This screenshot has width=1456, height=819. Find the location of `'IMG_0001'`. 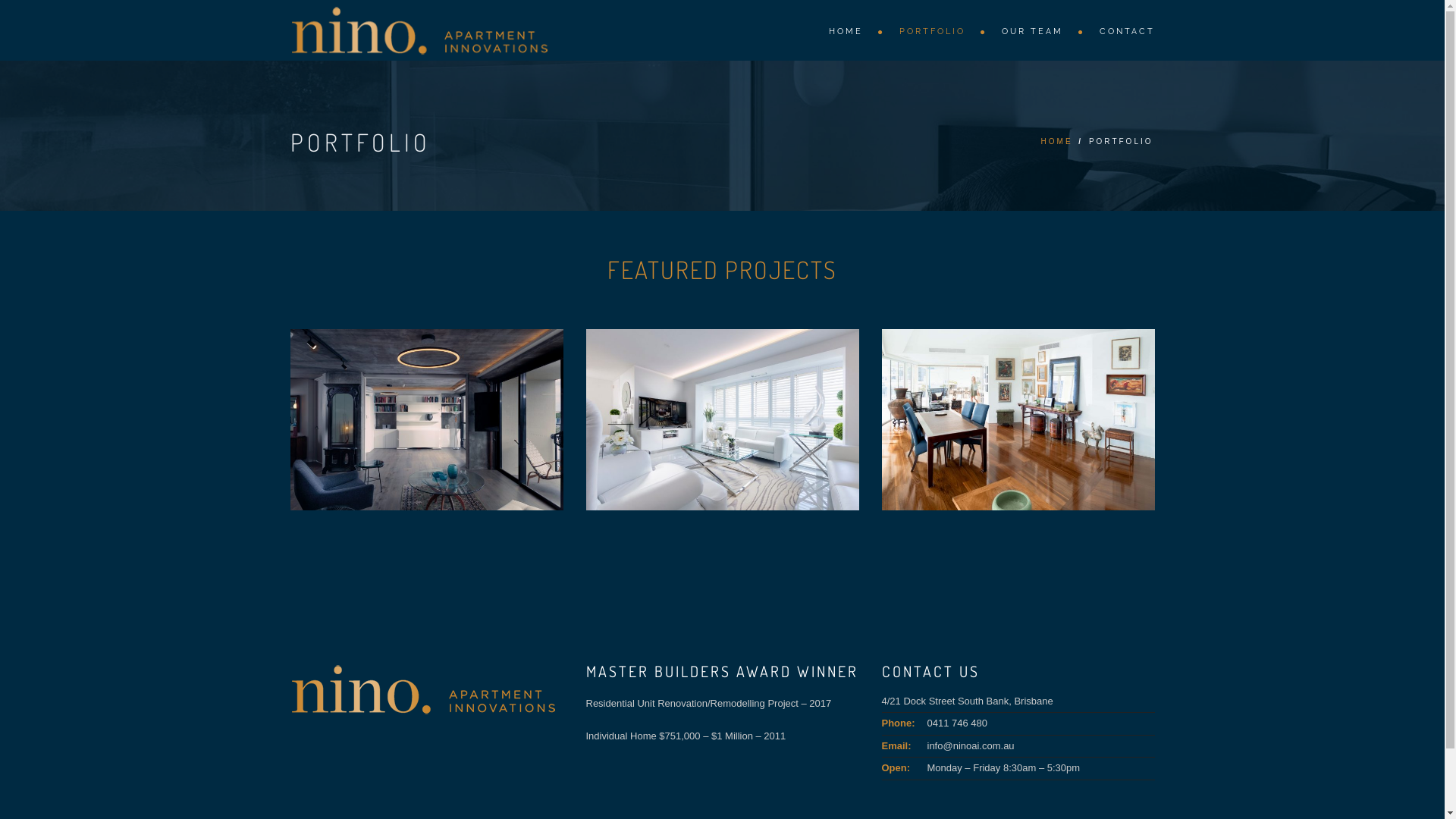

'IMG_0001' is located at coordinates (720, 420).